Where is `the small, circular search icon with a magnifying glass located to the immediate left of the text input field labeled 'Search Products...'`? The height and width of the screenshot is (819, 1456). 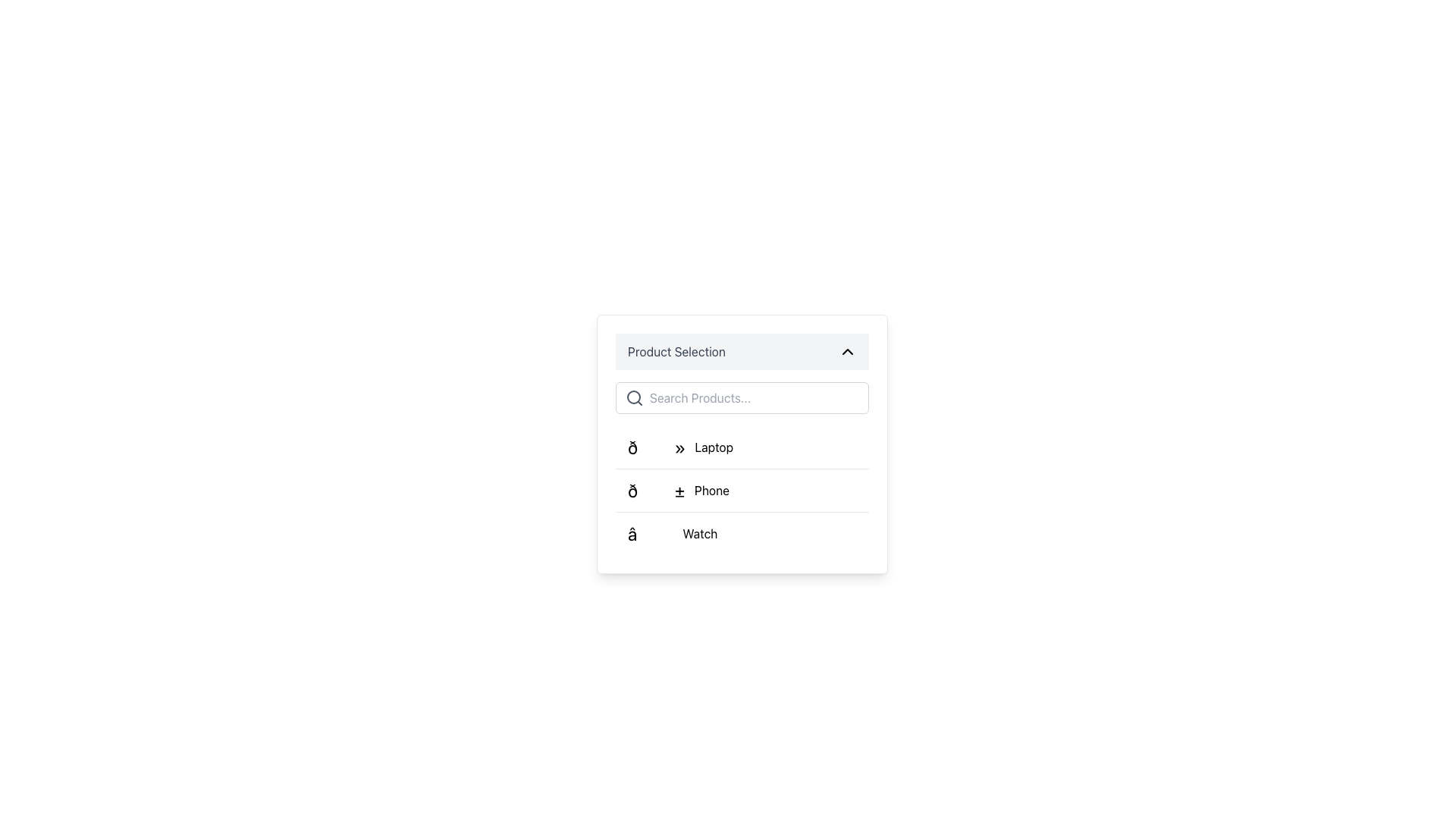
the small, circular search icon with a magnifying glass located to the immediate left of the text input field labeled 'Search Products...' is located at coordinates (634, 397).